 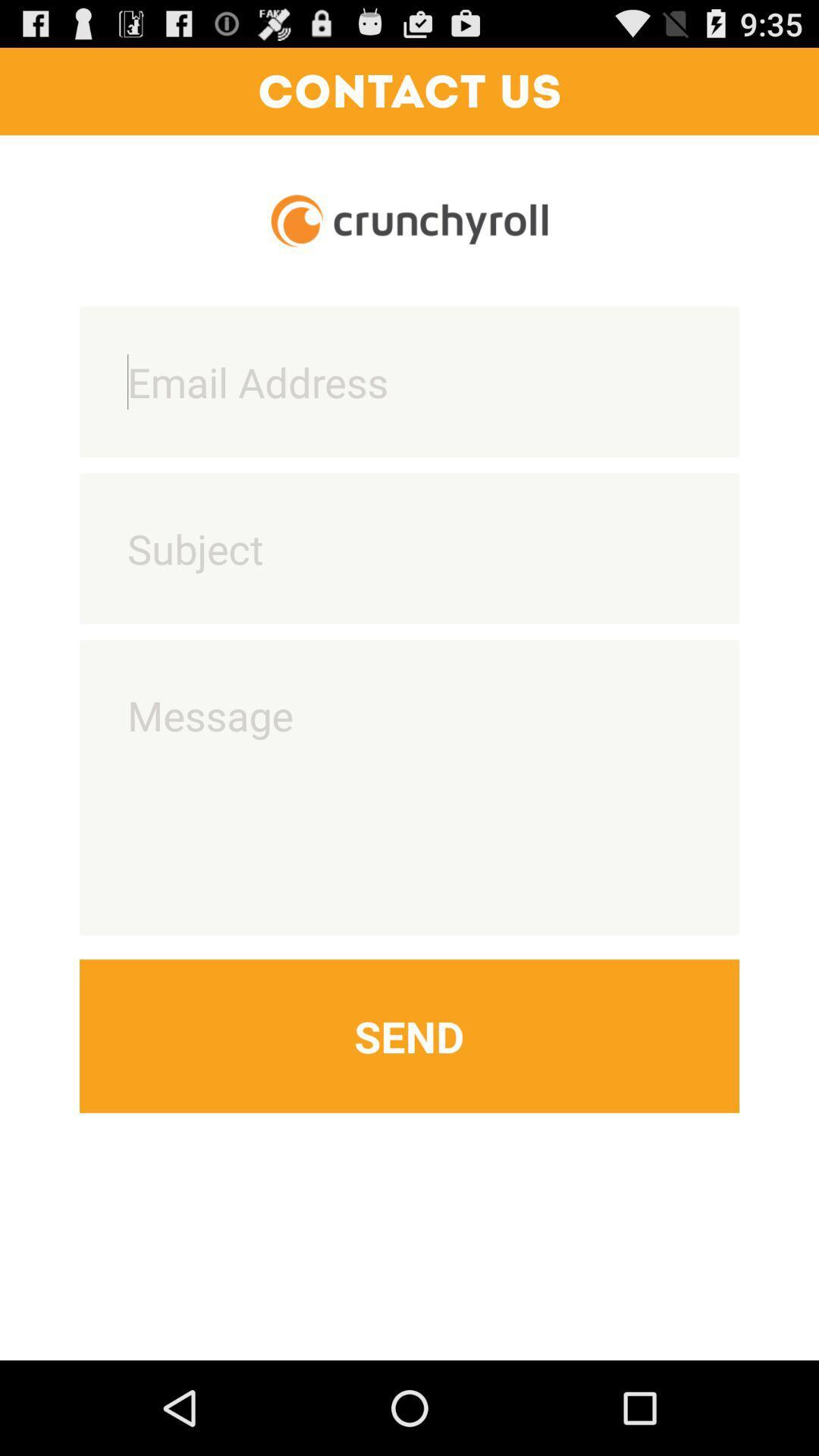 What do you see at coordinates (409, 787) in the screenshot?
I see `message entry field` at bounding box center [409, 787].